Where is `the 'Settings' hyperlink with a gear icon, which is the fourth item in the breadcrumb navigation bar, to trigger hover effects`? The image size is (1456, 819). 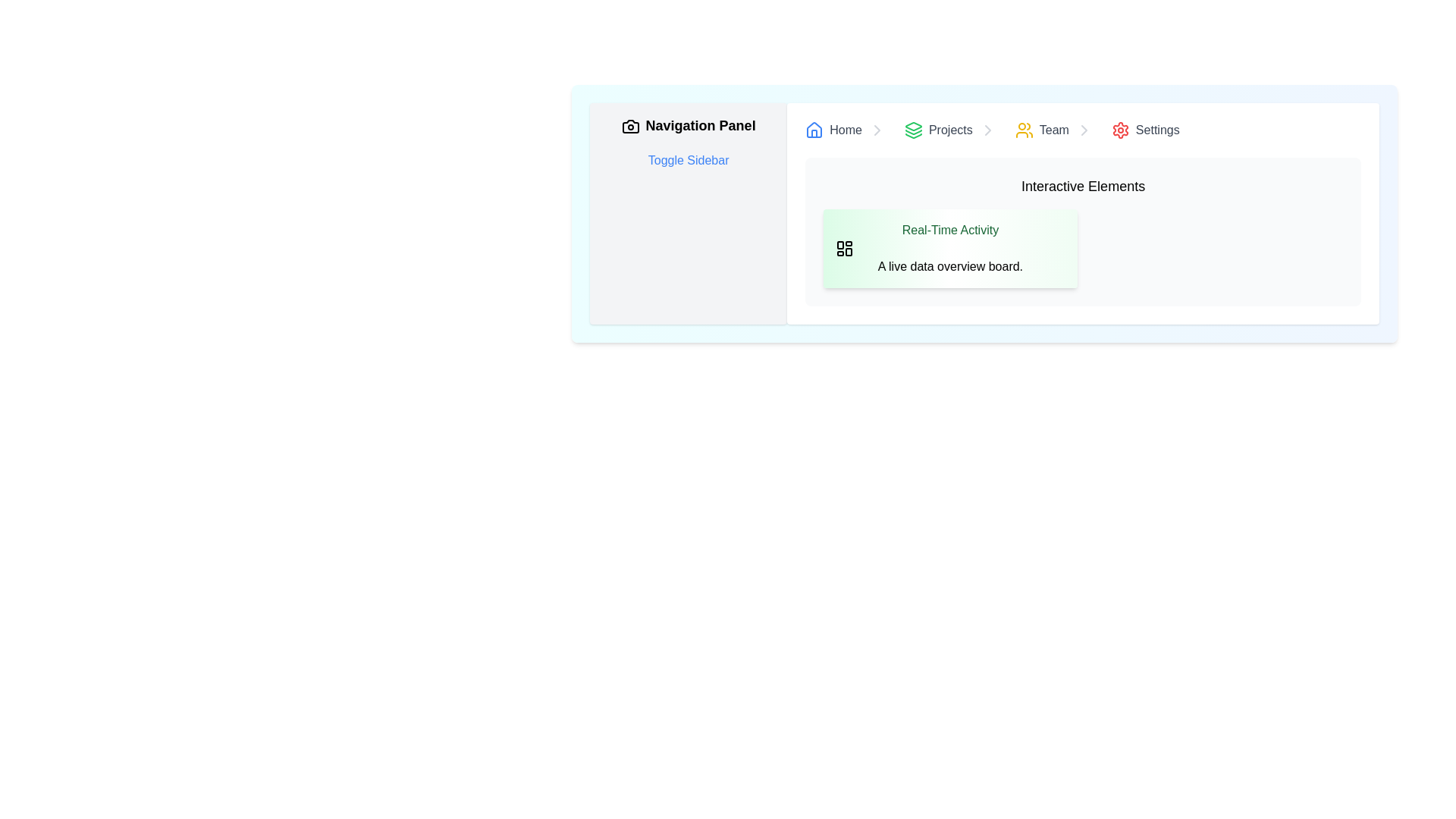
the 'Settings' hyperlink with a gear icon, which is the fourth item in the breadcrumb navigation bar, to trigger hover effects is located at coordinates (1145, 130).